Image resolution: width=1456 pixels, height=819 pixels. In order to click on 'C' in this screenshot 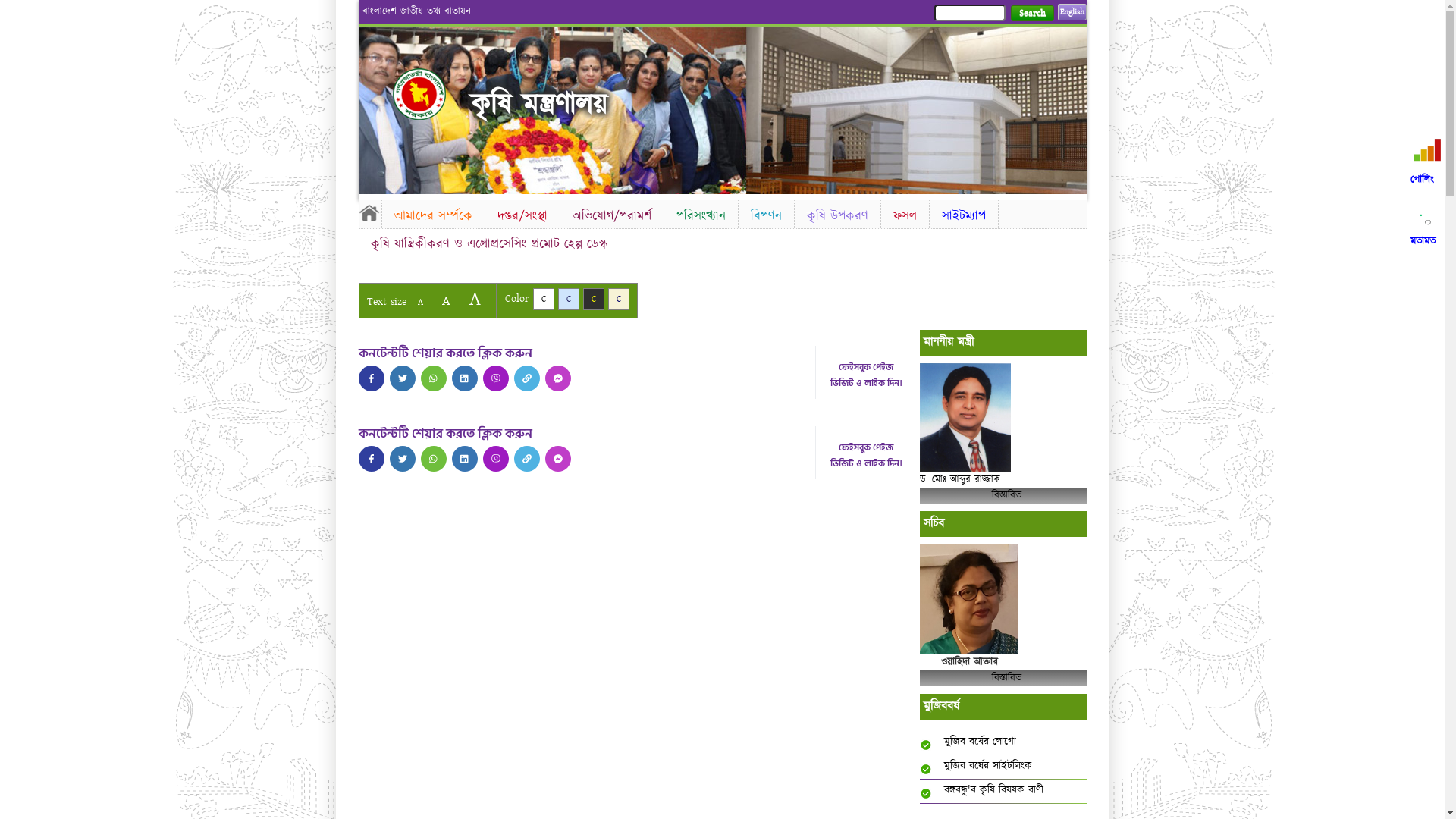, I will do `click(542, 299)`.